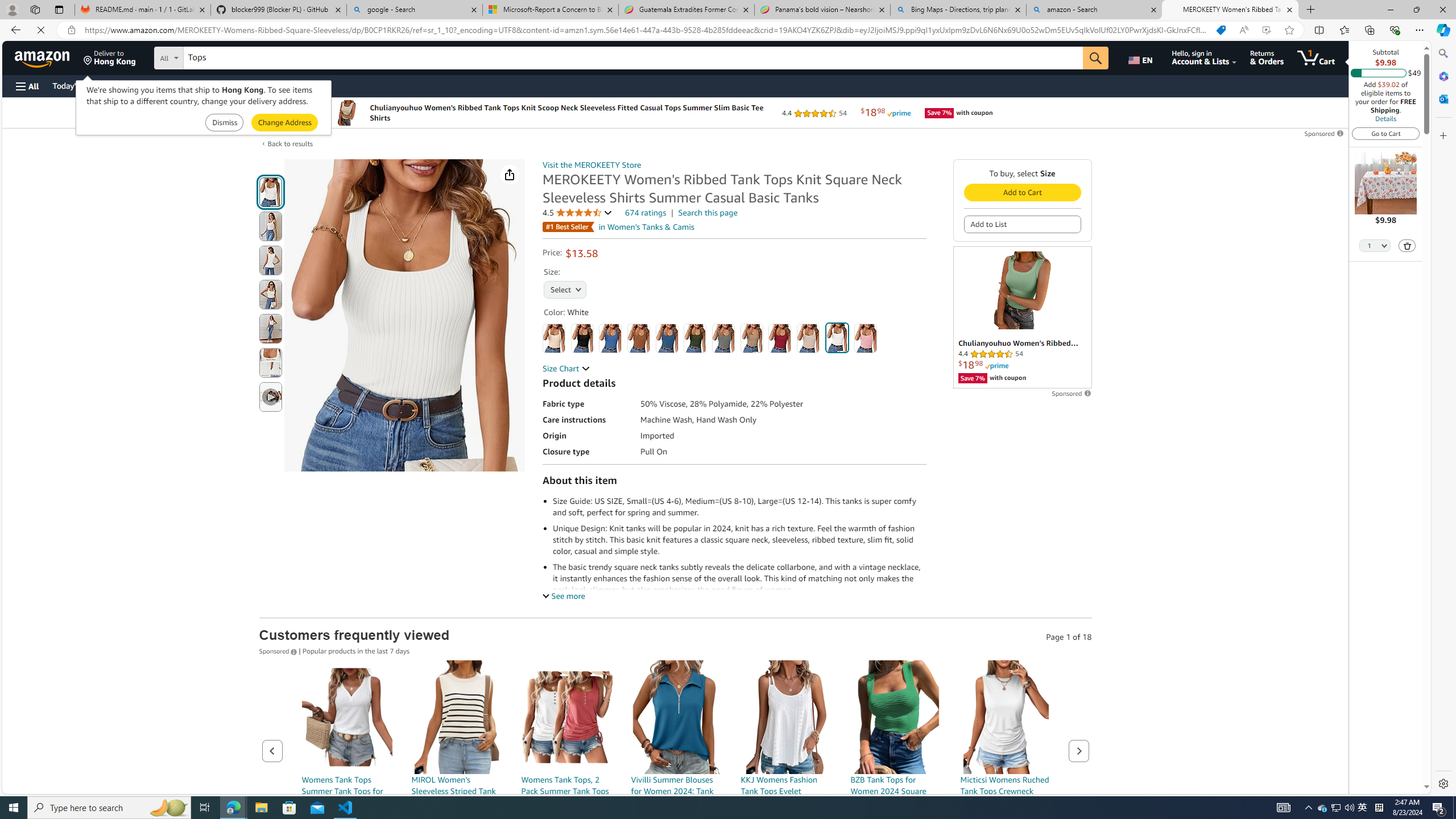  Describe the element at coordinates (26, 85) in the screenshot. I see `'Open Menu'` at that location.